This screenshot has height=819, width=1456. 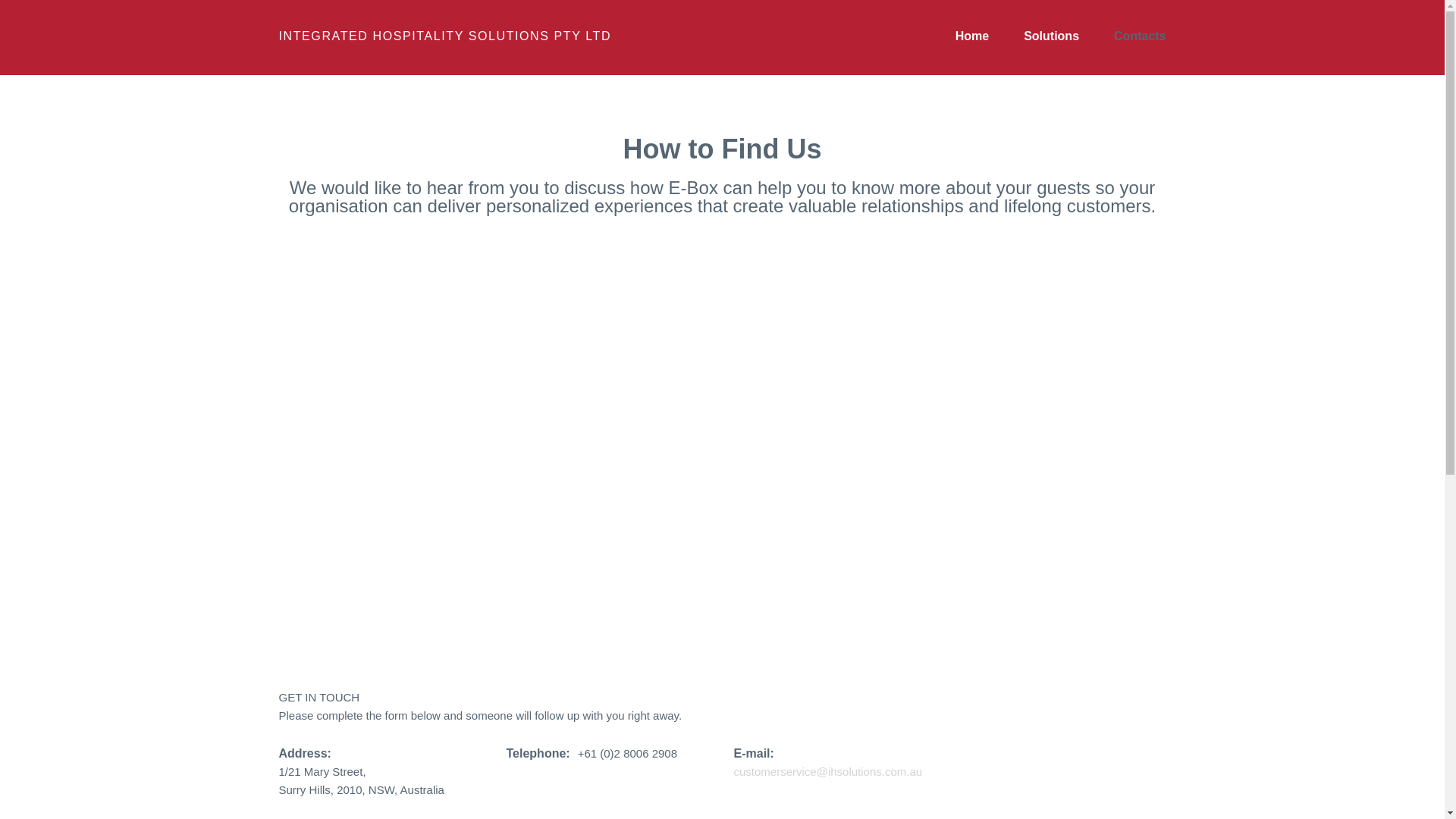 I want to click on 'Solutions', so click(x=1050, y=35).